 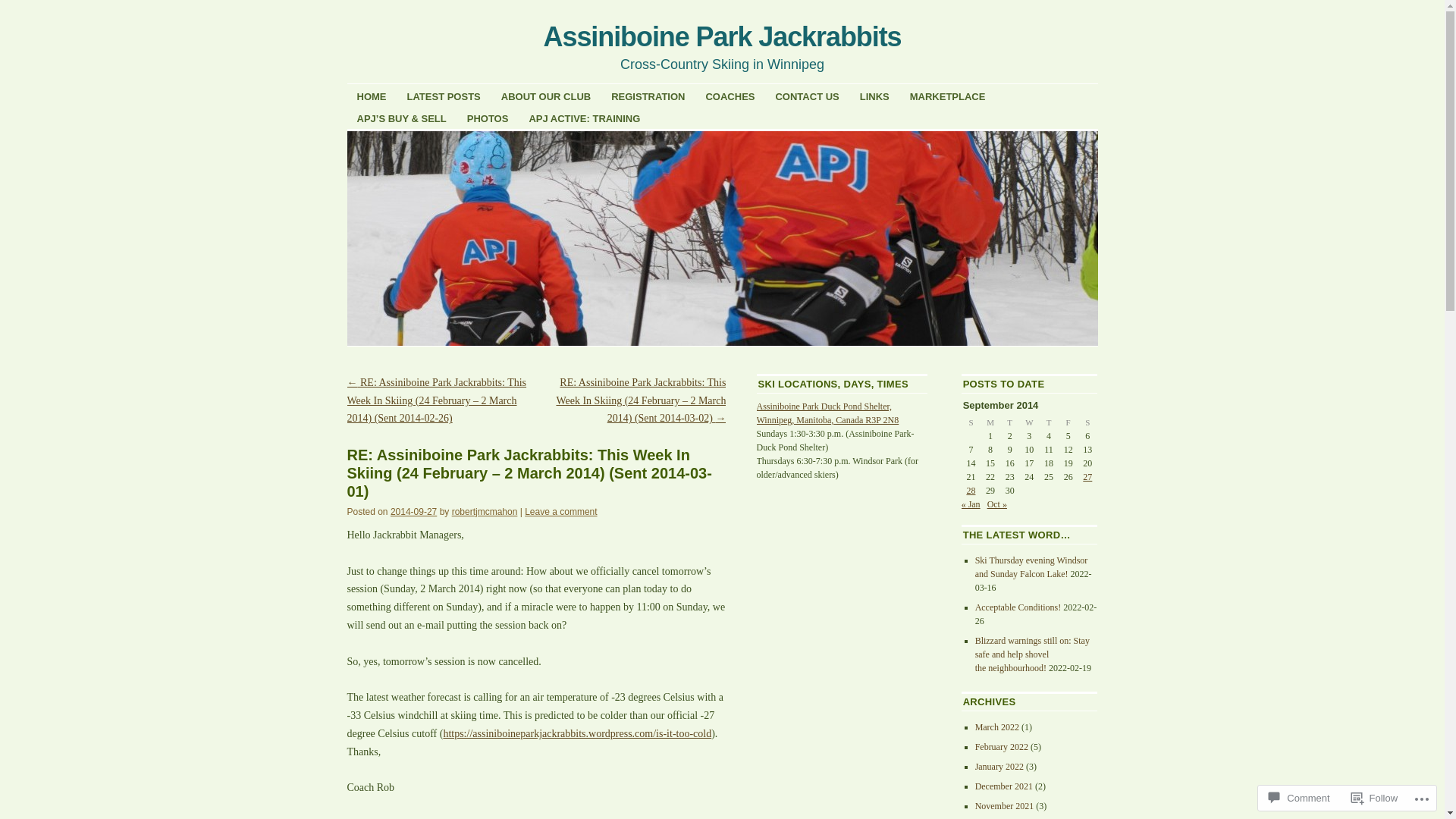 What do you see at coordinates (1001, 745) in the screenshot?
I see `'February 2022'` at bounding box center [1001, 745].